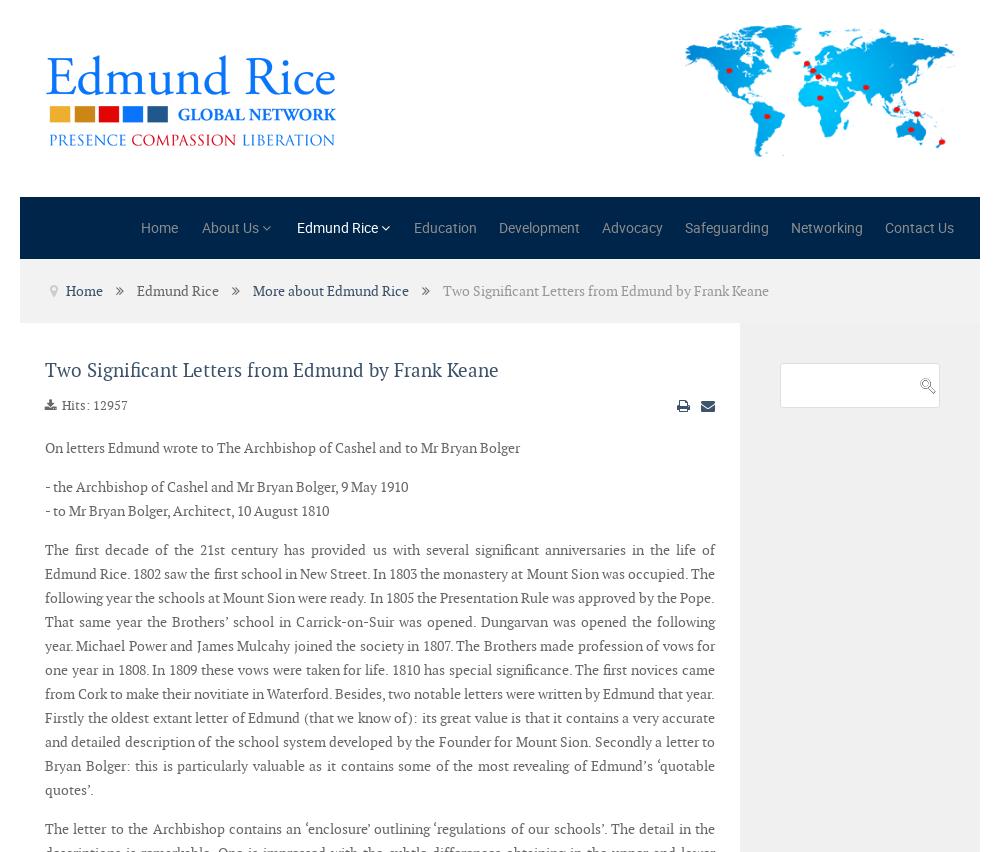 This screenshot has width=1000, height=852. Describe the element at coordinates (539, 226) in the screenshot. I see `'Development'` at that location.